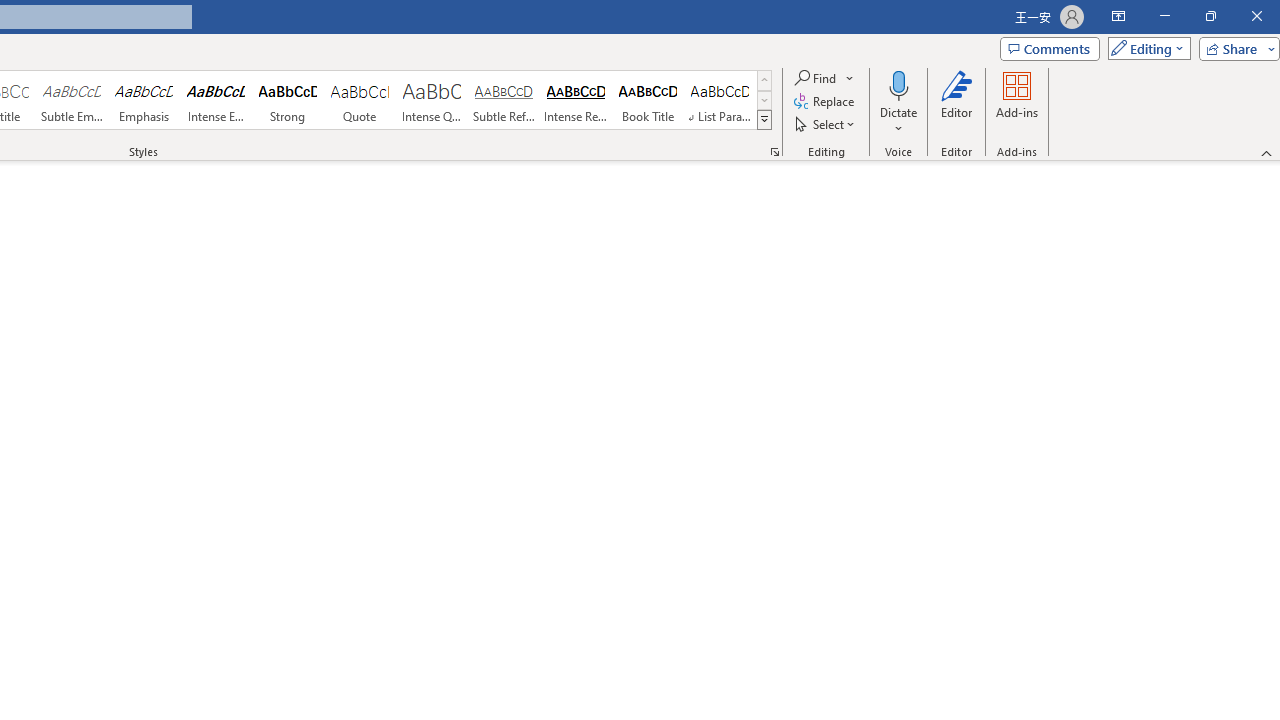 The width and height of the screenshot is (1280, 720). I want to click on 'Strong', so click(287, 100).